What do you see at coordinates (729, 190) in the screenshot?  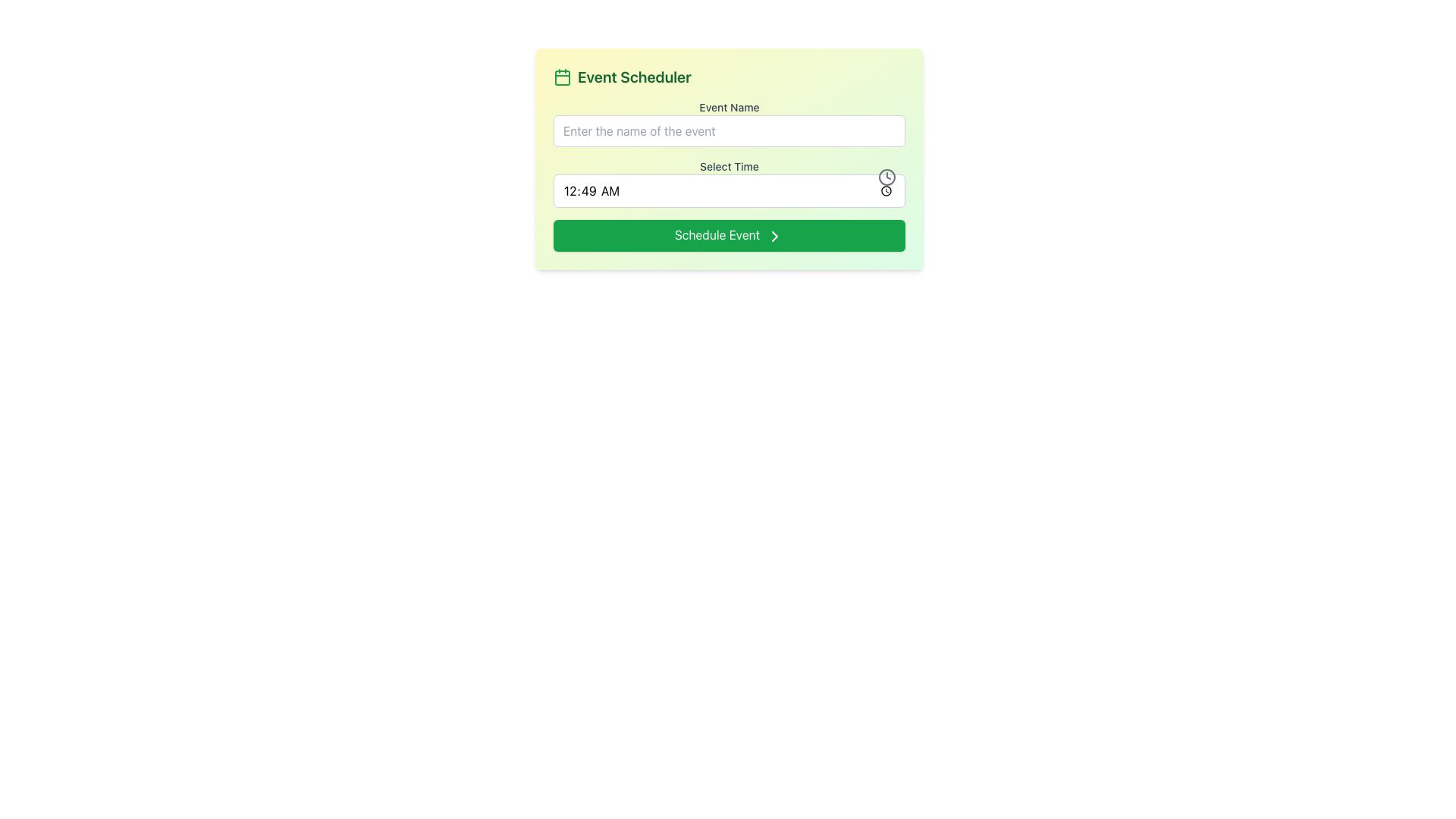 I see `the time` at bounding box center [729, 190].